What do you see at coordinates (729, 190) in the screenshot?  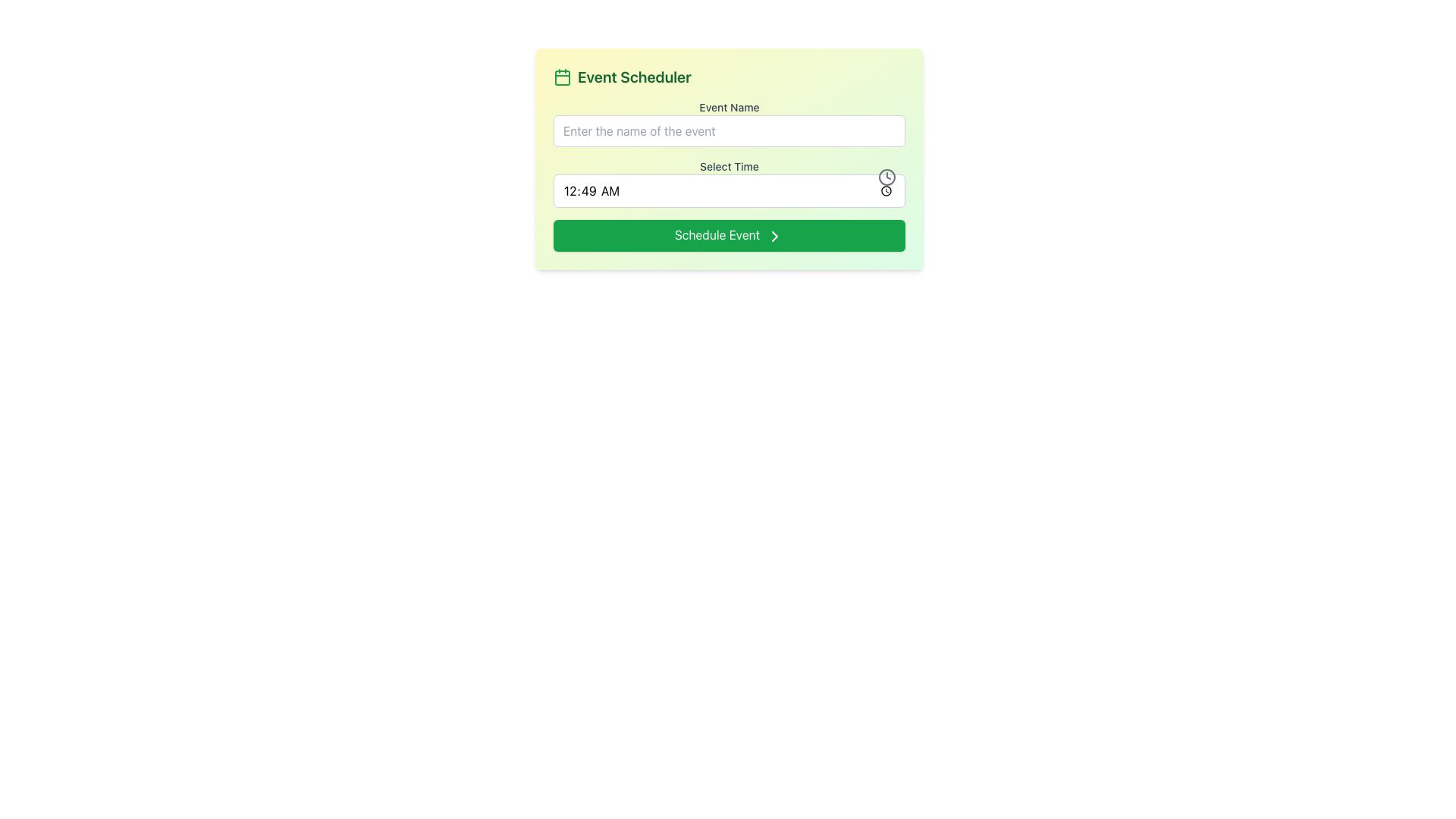 I see `the time` at bounding box center [729, 190].